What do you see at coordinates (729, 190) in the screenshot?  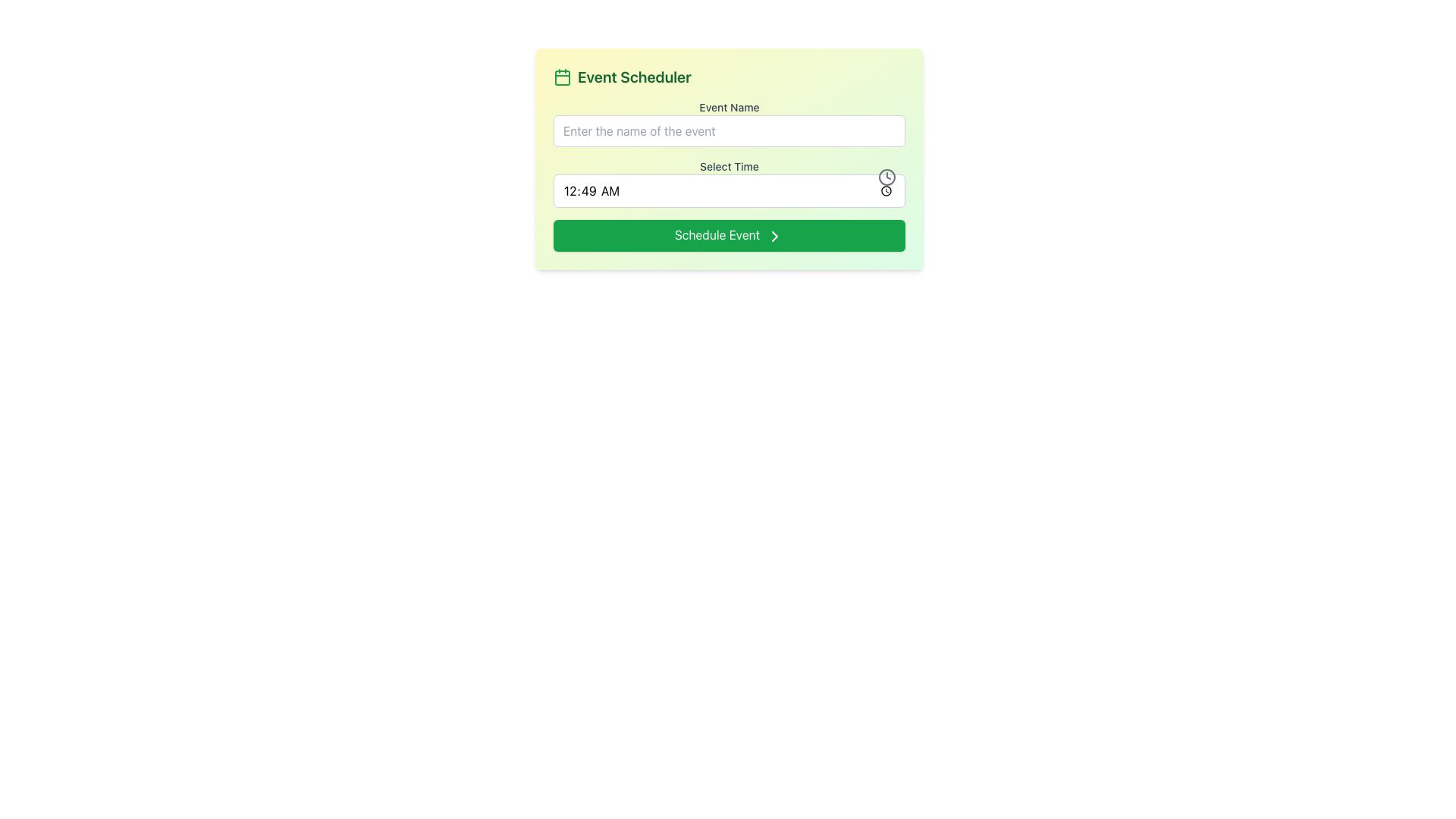 I see `the time` at bounding box center [729, 190].